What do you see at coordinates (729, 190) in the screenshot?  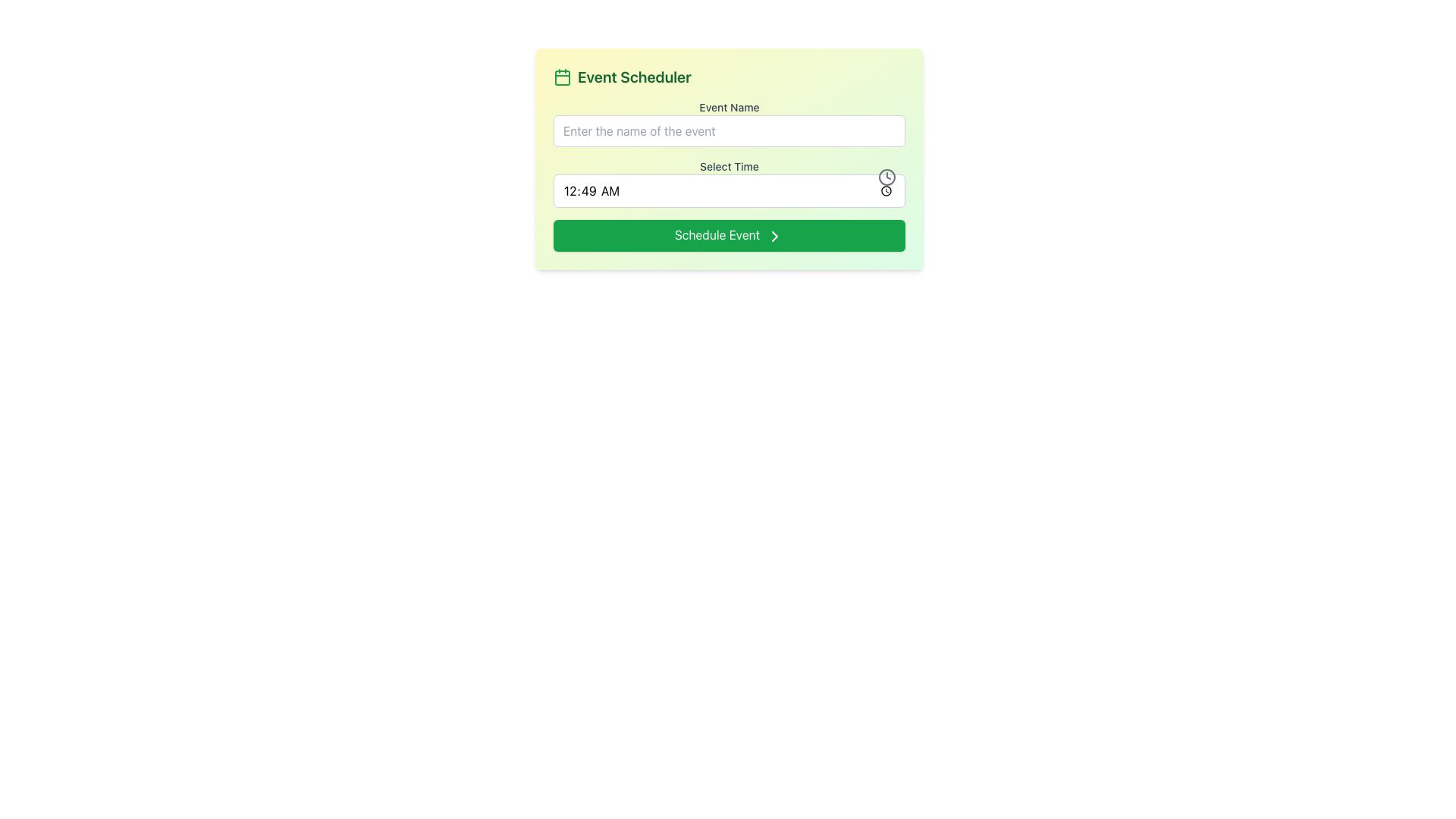 I see `the time` at bounding box center [729, 190].